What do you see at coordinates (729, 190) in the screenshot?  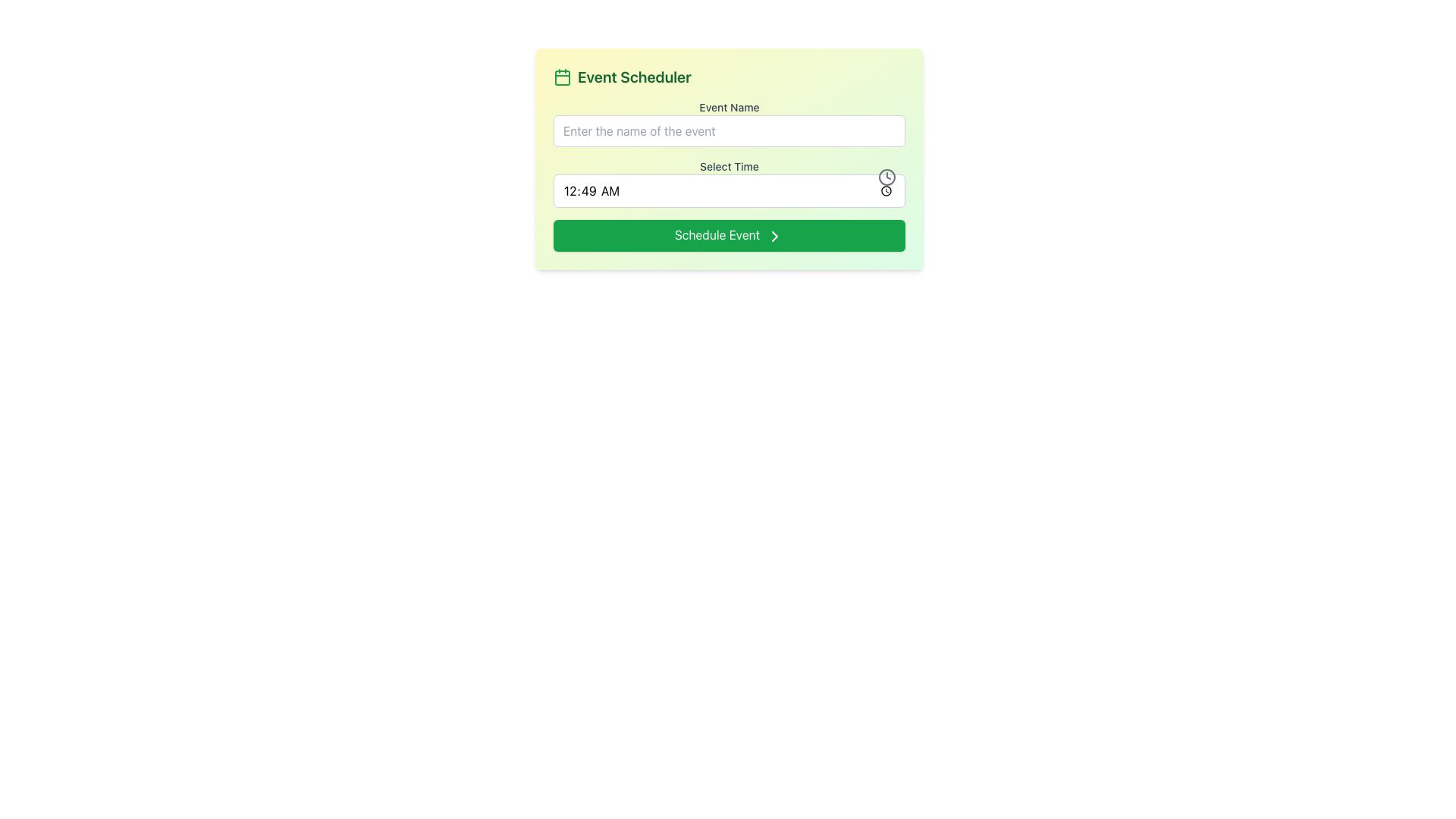 I see `the time` at bounding box center [729, 190].